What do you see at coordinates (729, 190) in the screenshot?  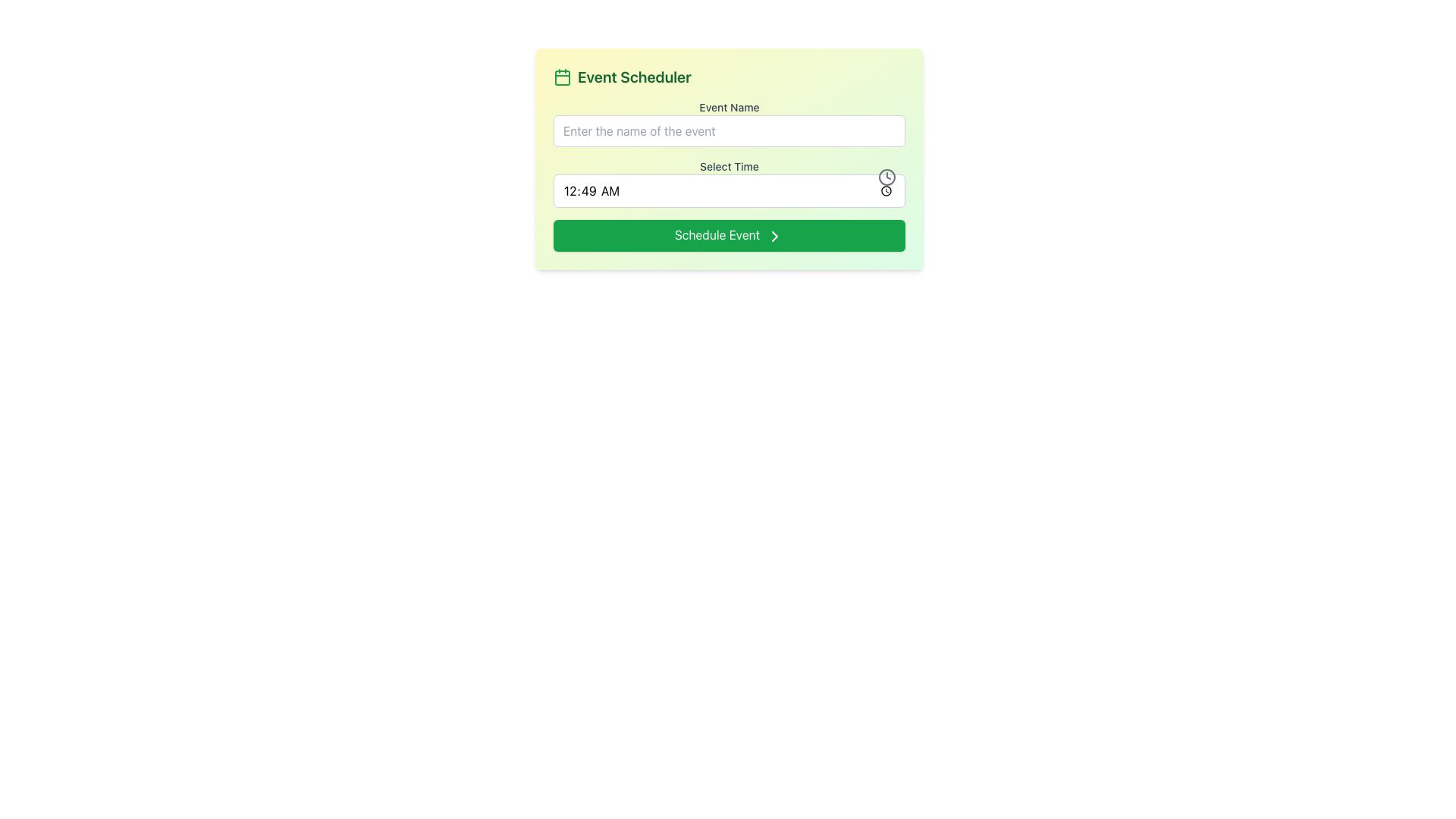 I see `the time` at bounding box center [729, 190].